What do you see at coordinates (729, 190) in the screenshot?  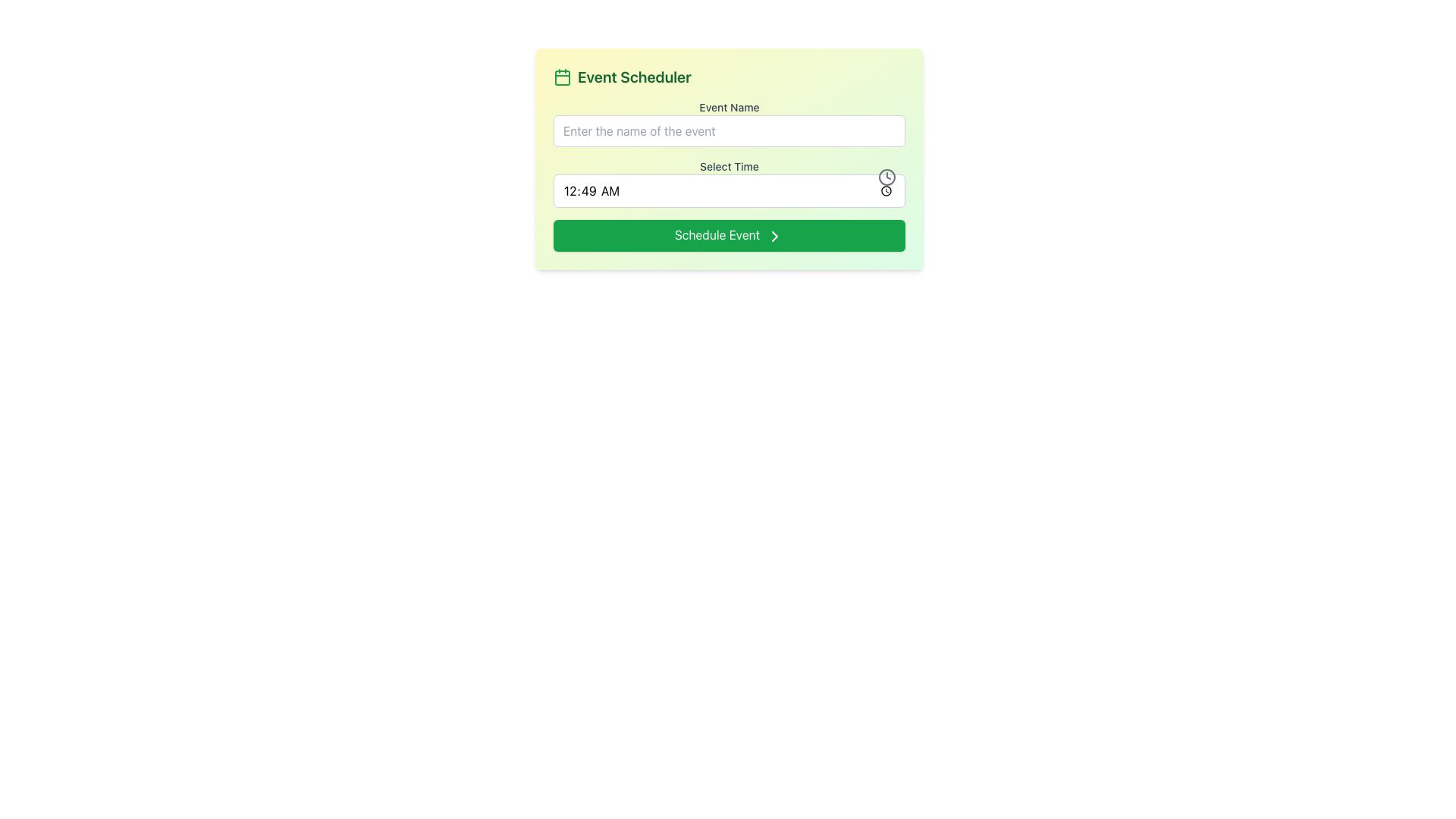 I see `the time` at bounding box center [729, 190].